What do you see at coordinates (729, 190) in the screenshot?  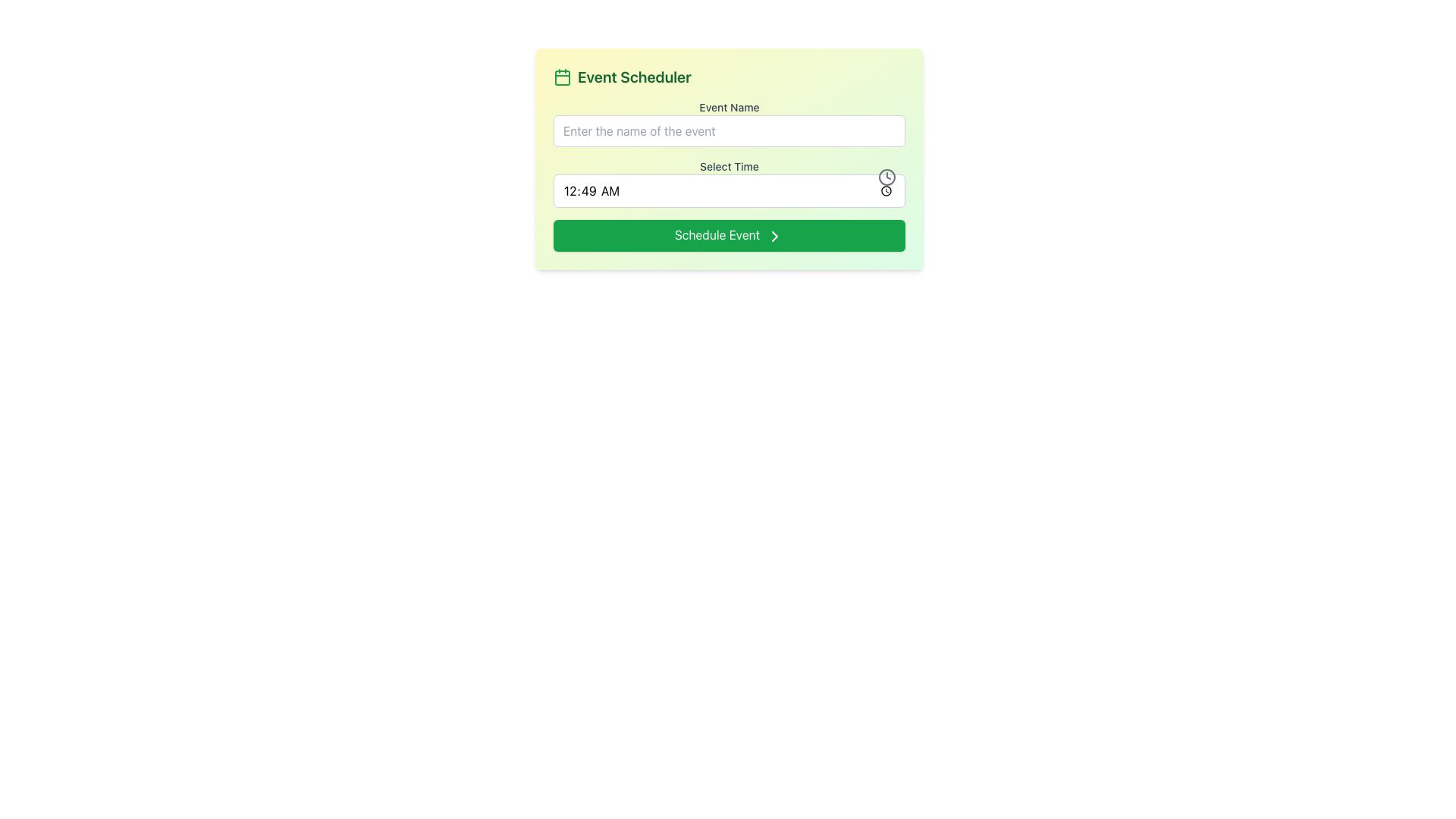 I see `the time` at bounding box center [729, 190].